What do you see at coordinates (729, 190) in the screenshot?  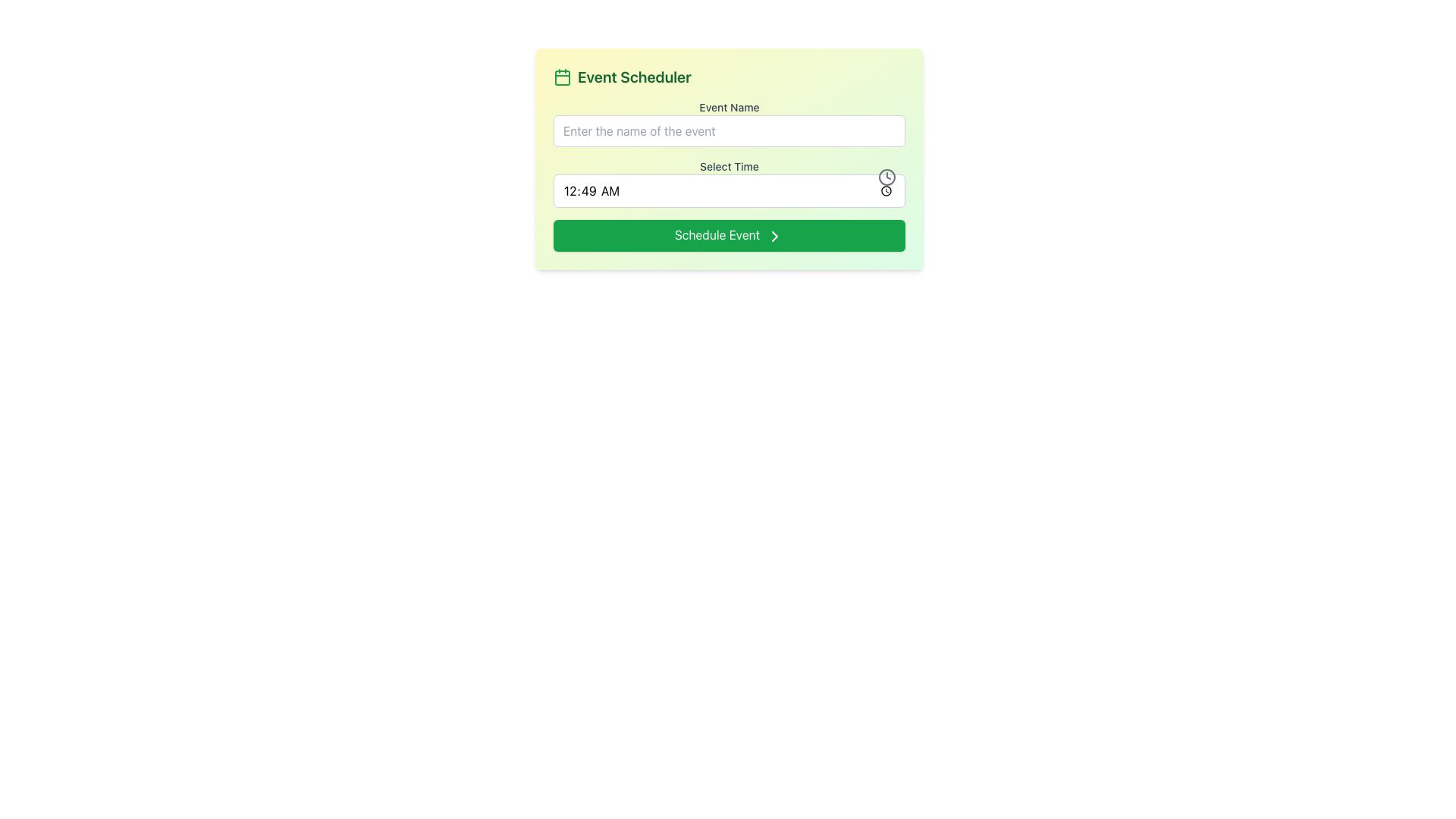 I see `the time` at bounding box center [729, 190].